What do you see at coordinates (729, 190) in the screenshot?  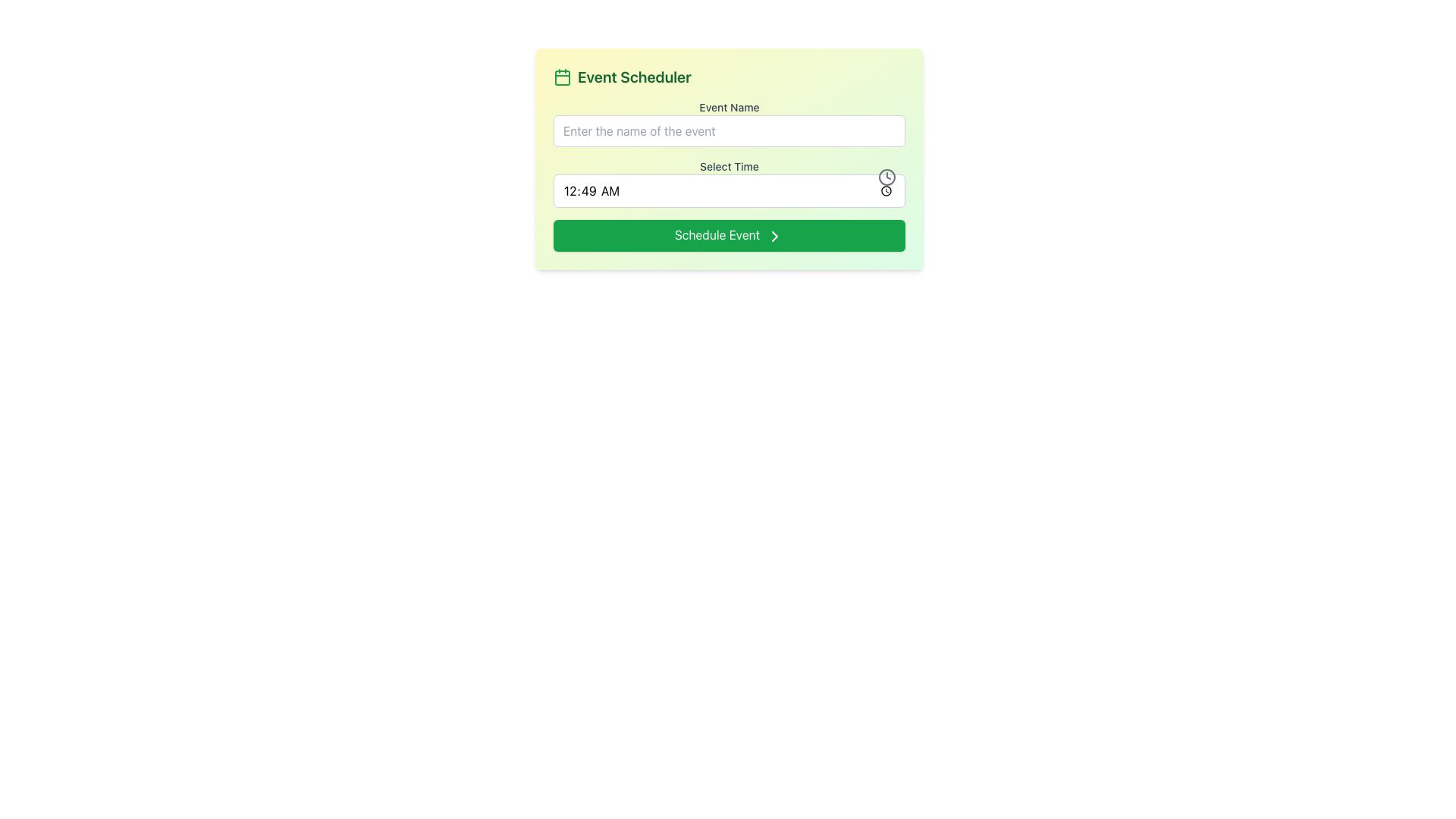 I see `the time` at bounding box center [729, 190].